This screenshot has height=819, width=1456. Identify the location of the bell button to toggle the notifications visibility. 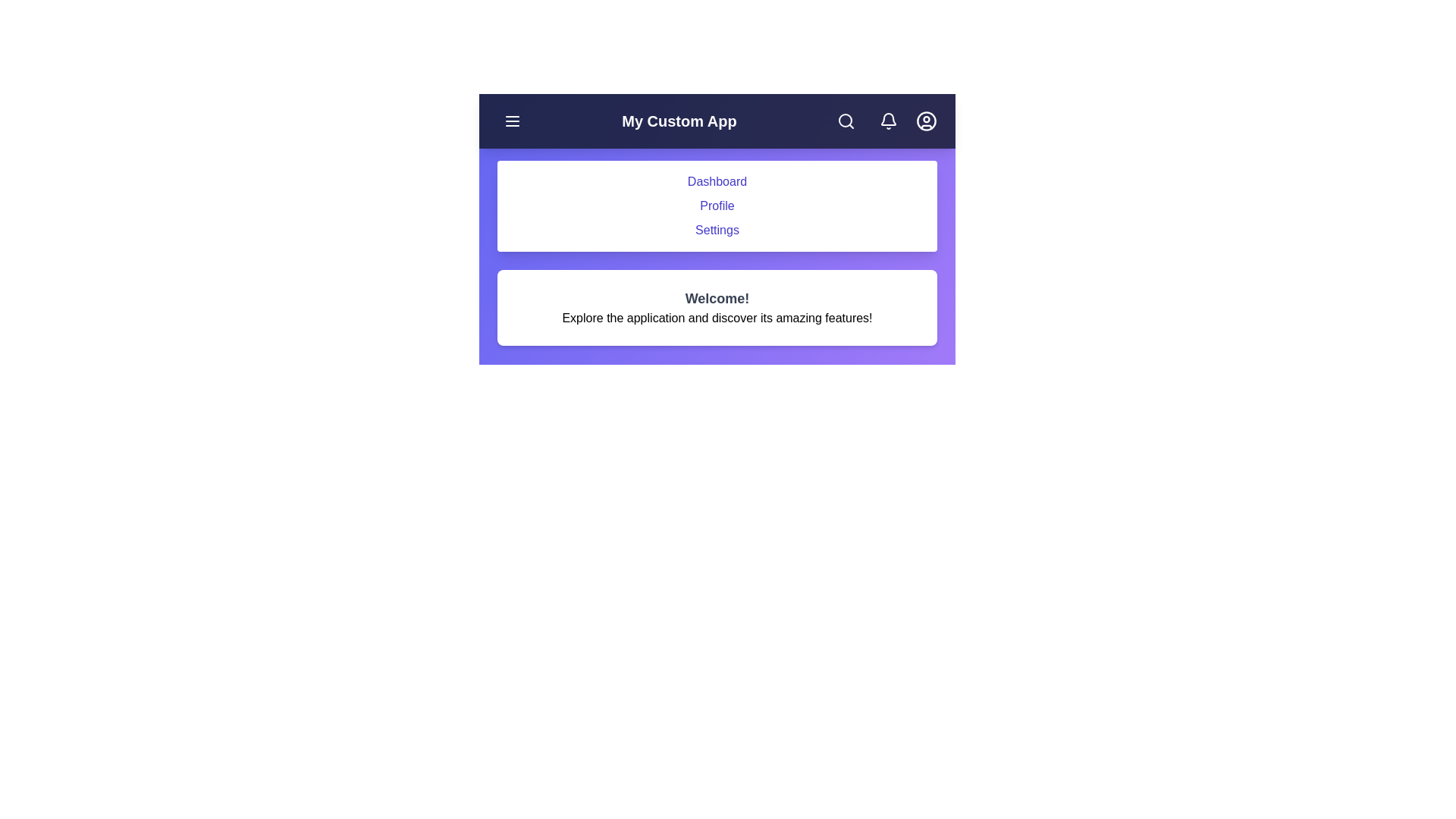
(888, 120).